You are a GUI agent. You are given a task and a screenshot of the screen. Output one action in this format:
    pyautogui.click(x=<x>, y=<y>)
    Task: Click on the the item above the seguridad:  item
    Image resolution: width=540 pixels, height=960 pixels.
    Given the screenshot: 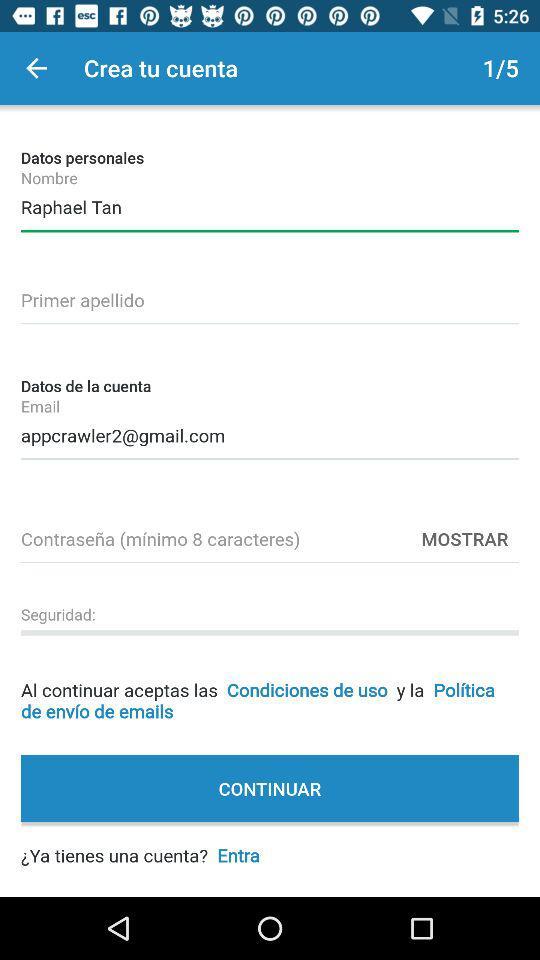 What is the action you would take?
    pyautogui.click(x=270, y=535)
    